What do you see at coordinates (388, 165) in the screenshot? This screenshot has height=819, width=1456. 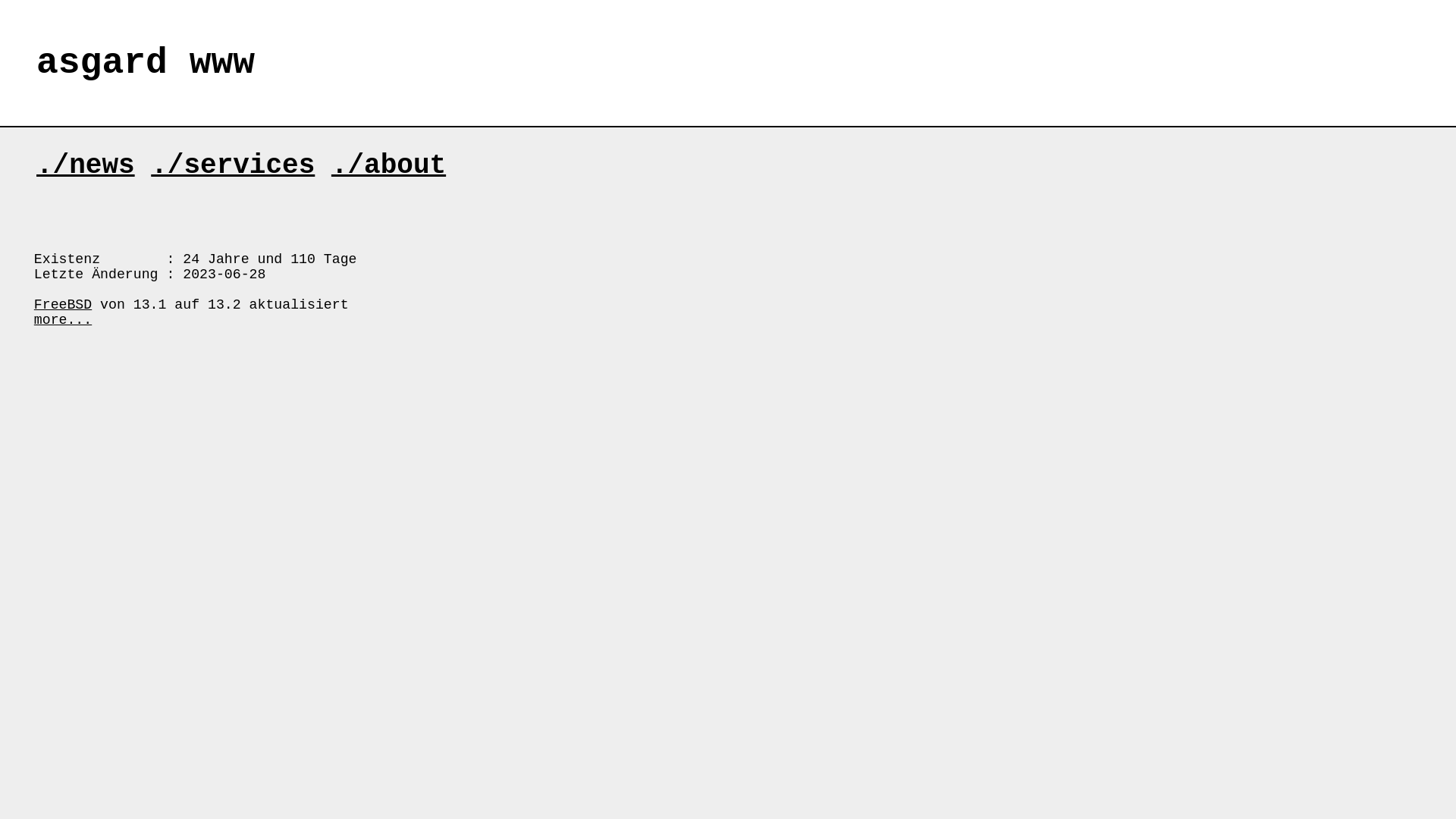 I see `'./about'` at bounding box center [388, 165].